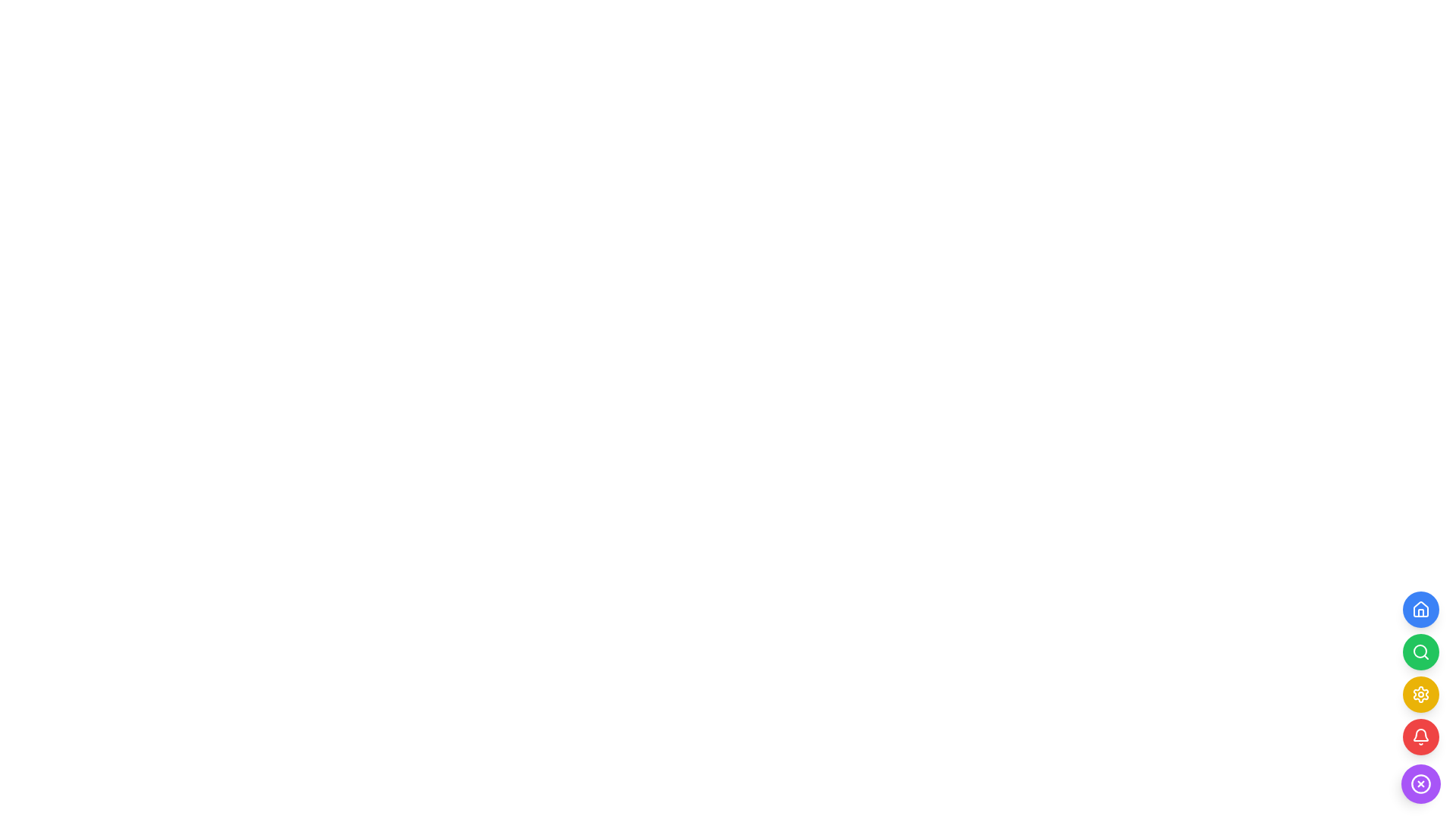  Describe the element at coordinates (1420, 651) in the screenshot. I see `the second button from the top in the vertically stacked group of circular buttons on the right side of the interface` at that location.